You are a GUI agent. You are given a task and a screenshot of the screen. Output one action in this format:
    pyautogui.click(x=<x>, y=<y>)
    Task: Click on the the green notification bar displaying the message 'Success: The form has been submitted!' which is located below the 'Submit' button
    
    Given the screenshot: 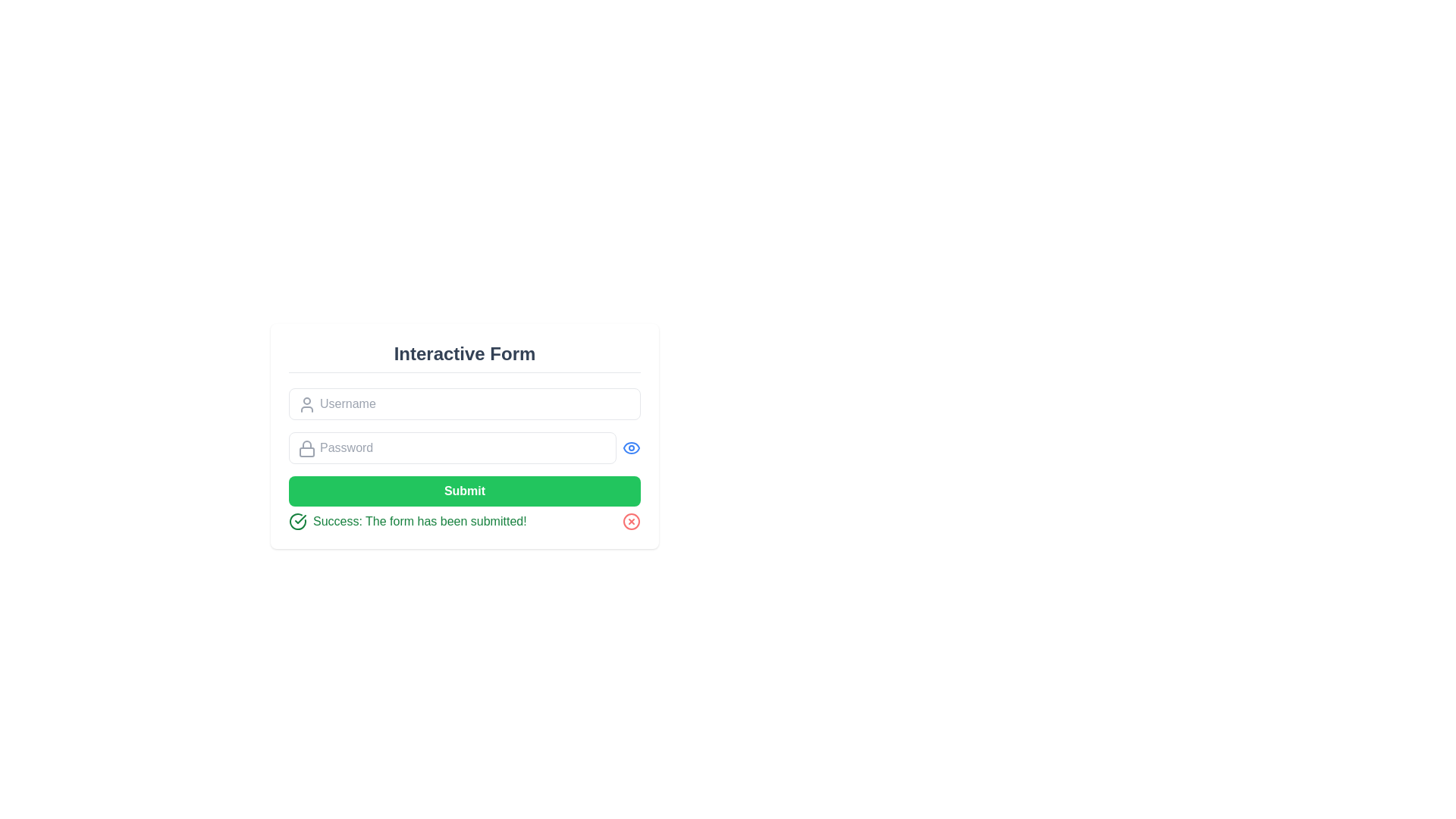 What is the action you would take?
    pyautogui.click(x=464, y=517)
    